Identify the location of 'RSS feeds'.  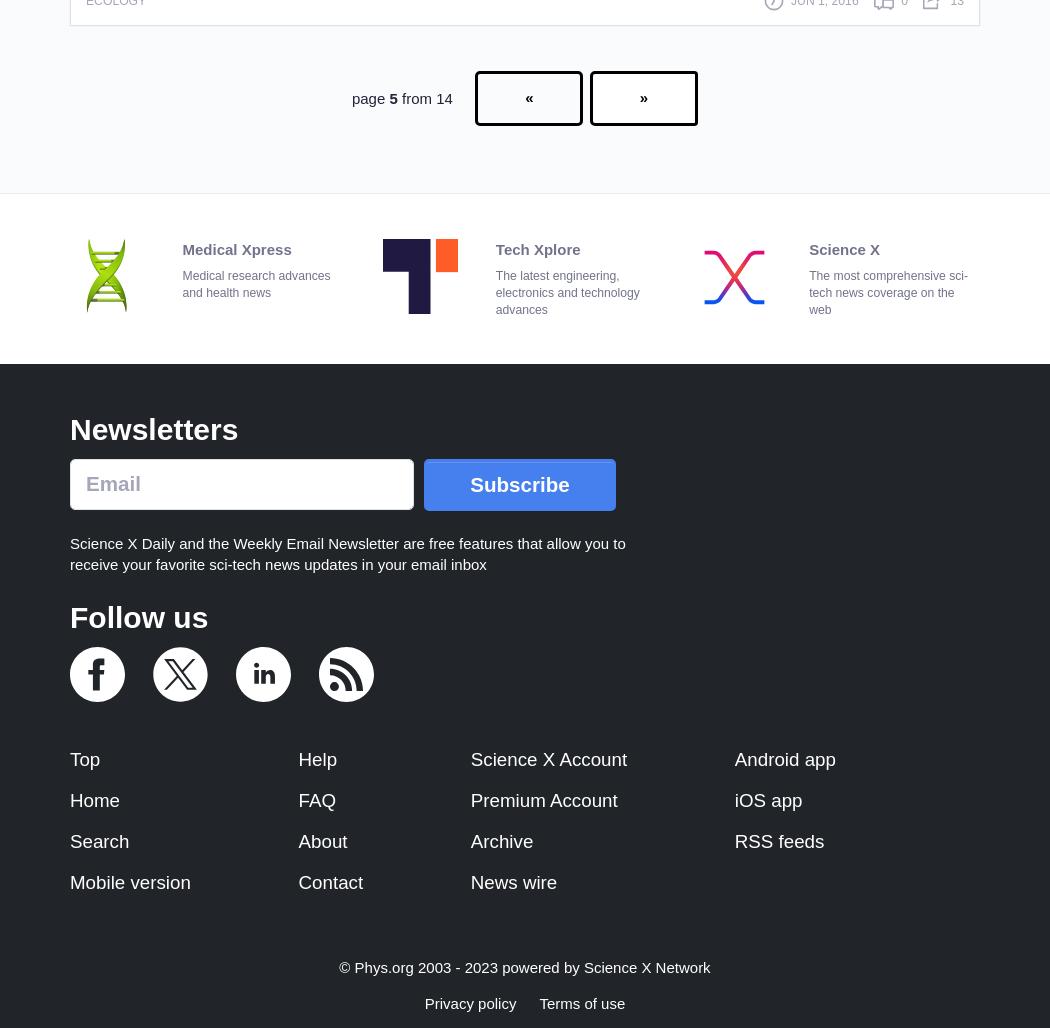
(778, 840).